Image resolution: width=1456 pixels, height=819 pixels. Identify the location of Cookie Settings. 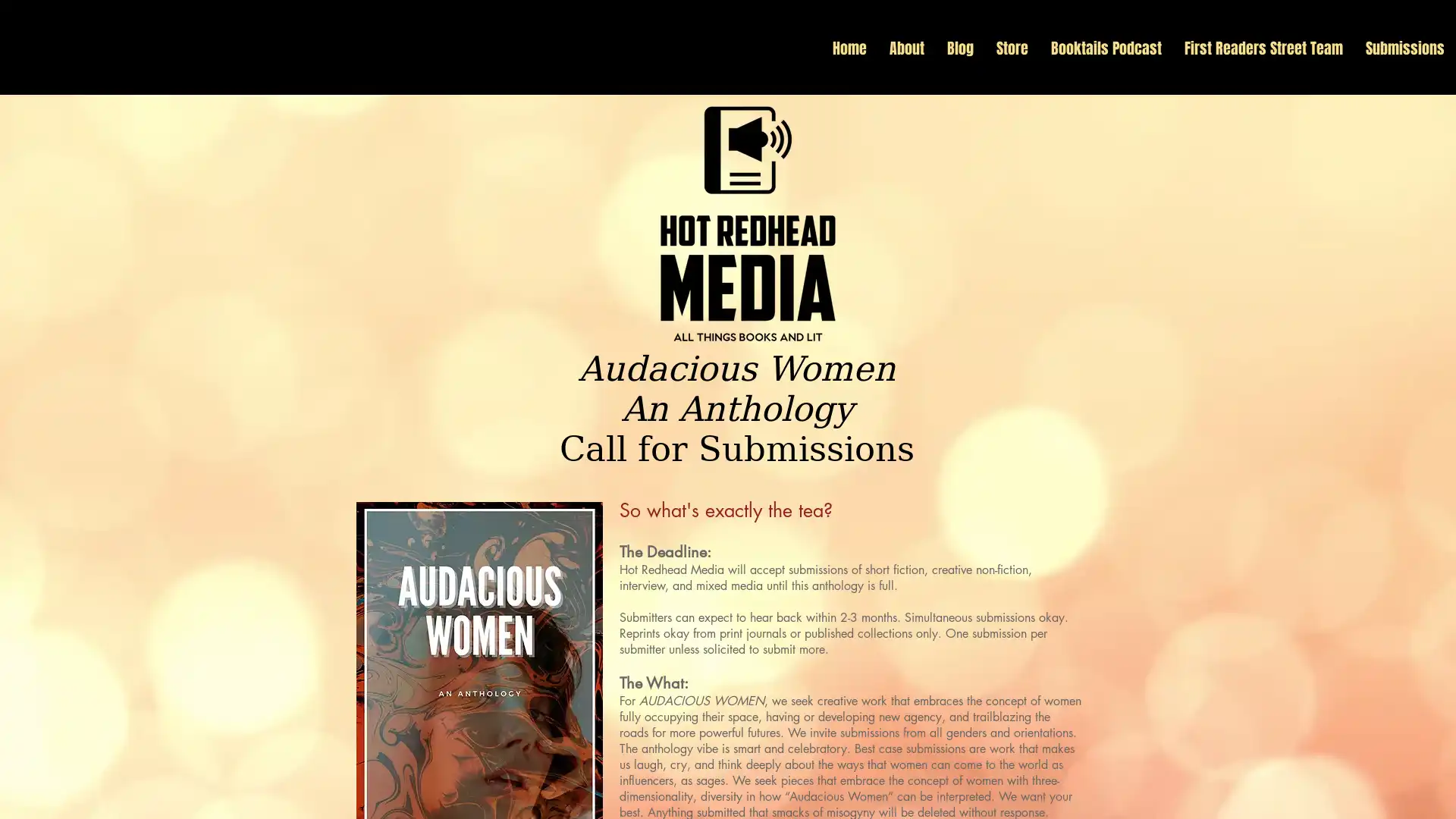
(1291, 792).